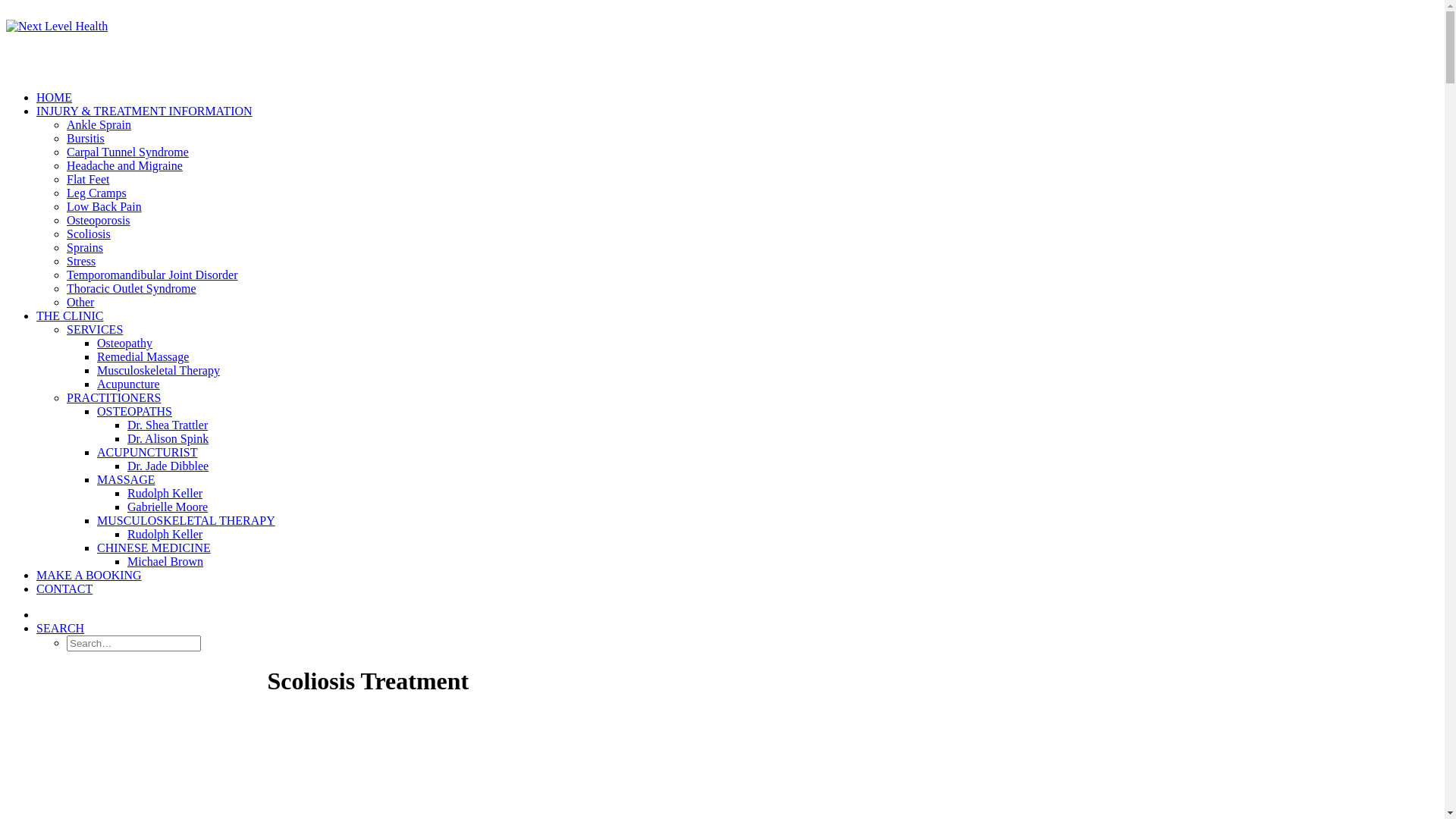 This screenshot has height=819, width=1456. Describe the element at coordinates (65, 397) in the screenshot. I see `'PRACTITIONERS'` at that location.